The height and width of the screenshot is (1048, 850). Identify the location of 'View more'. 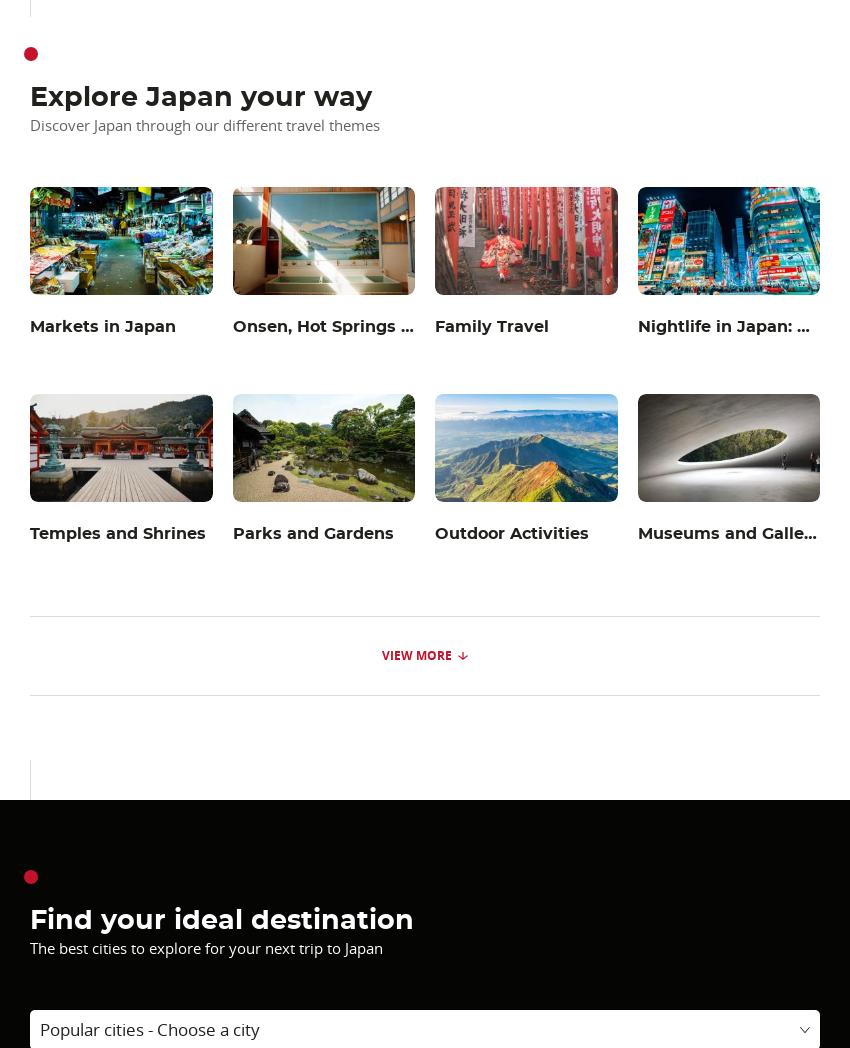
(417, 653).